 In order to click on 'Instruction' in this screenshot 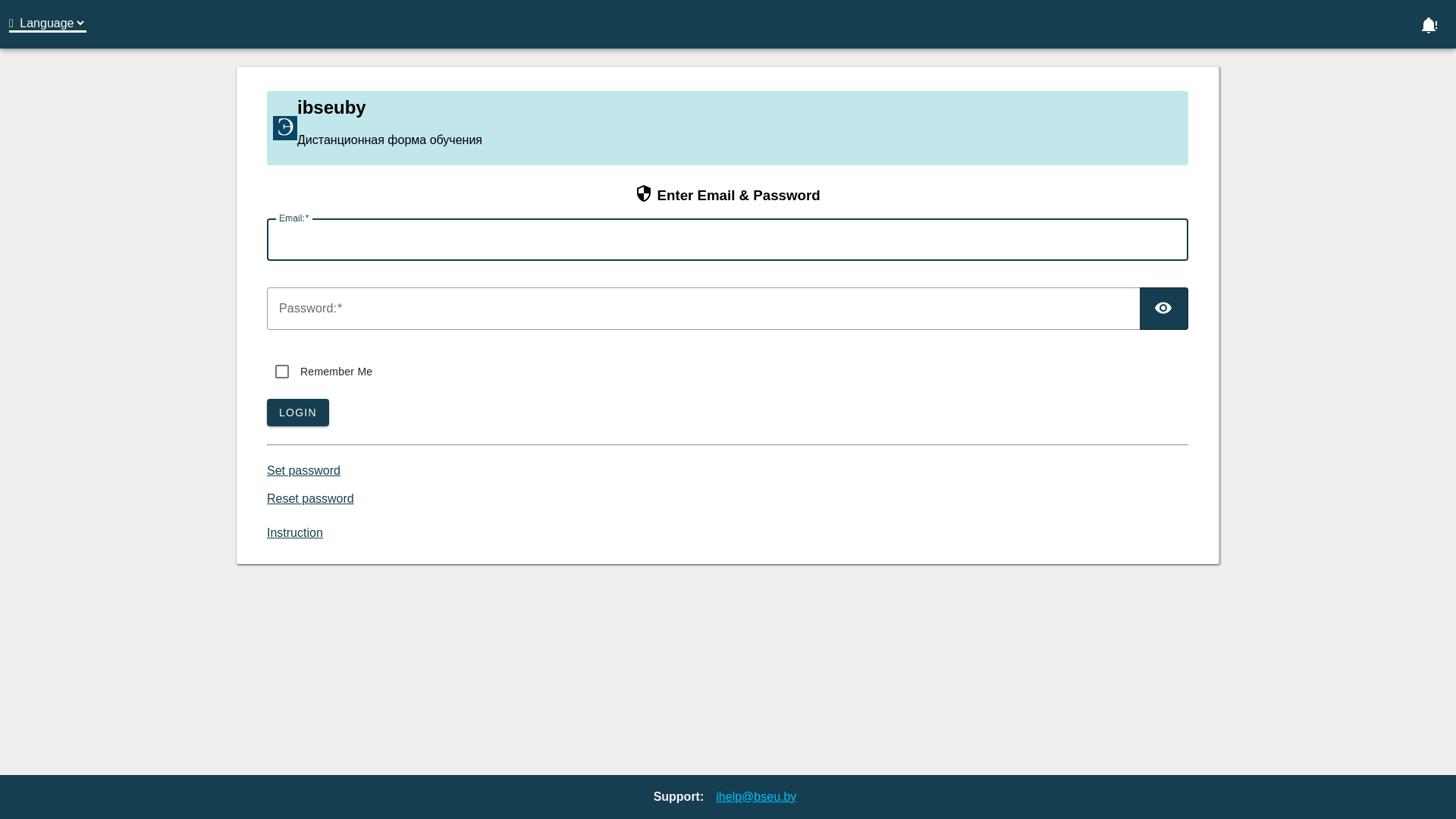, I will do `click(294, 532)`.